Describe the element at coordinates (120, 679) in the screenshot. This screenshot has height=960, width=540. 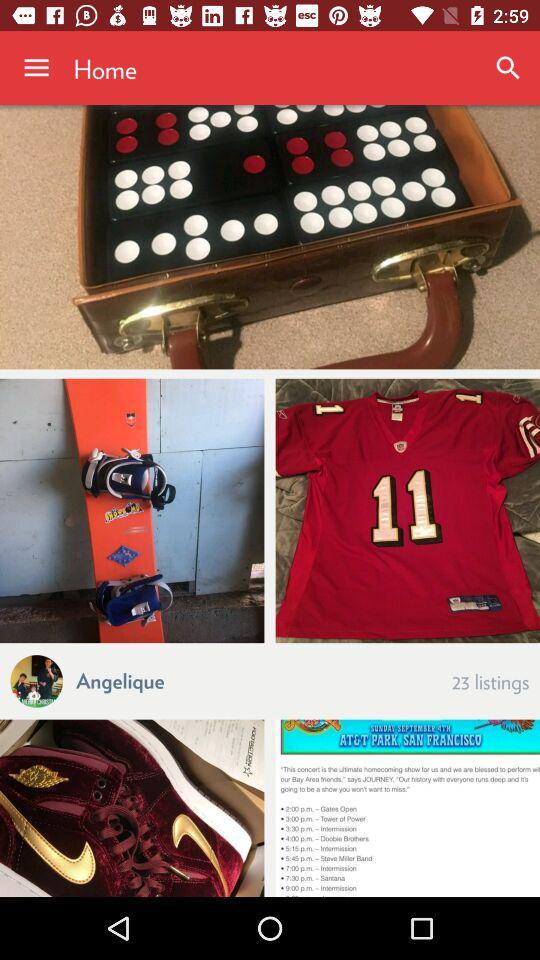
I see `the icon to the right of the a` at that location.